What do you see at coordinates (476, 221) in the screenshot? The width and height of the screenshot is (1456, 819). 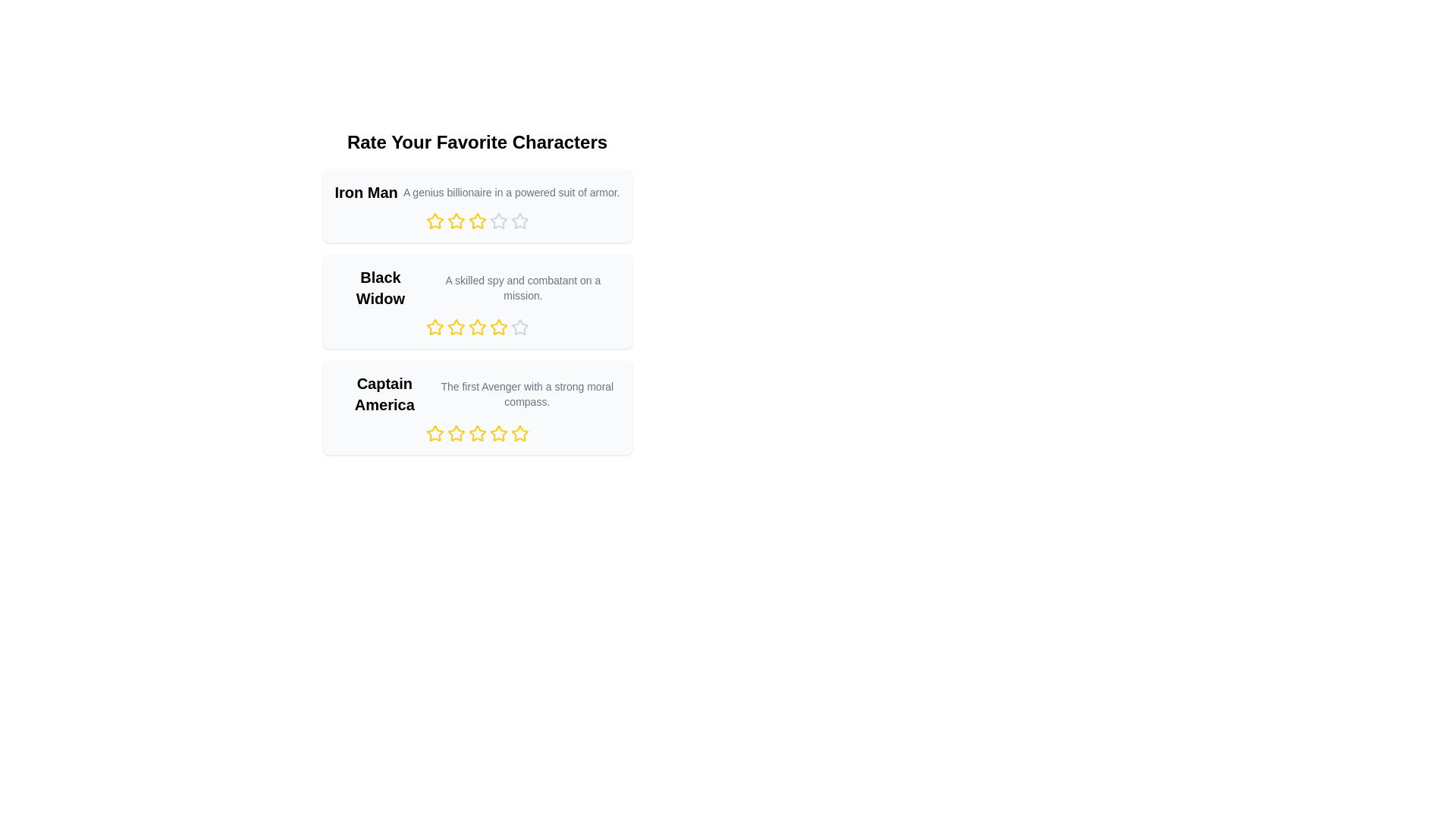 I see `the second star-shaped rating icon in the rating component for 'Iron Man' to set a rating of 2` at bounding box center [476, 221].